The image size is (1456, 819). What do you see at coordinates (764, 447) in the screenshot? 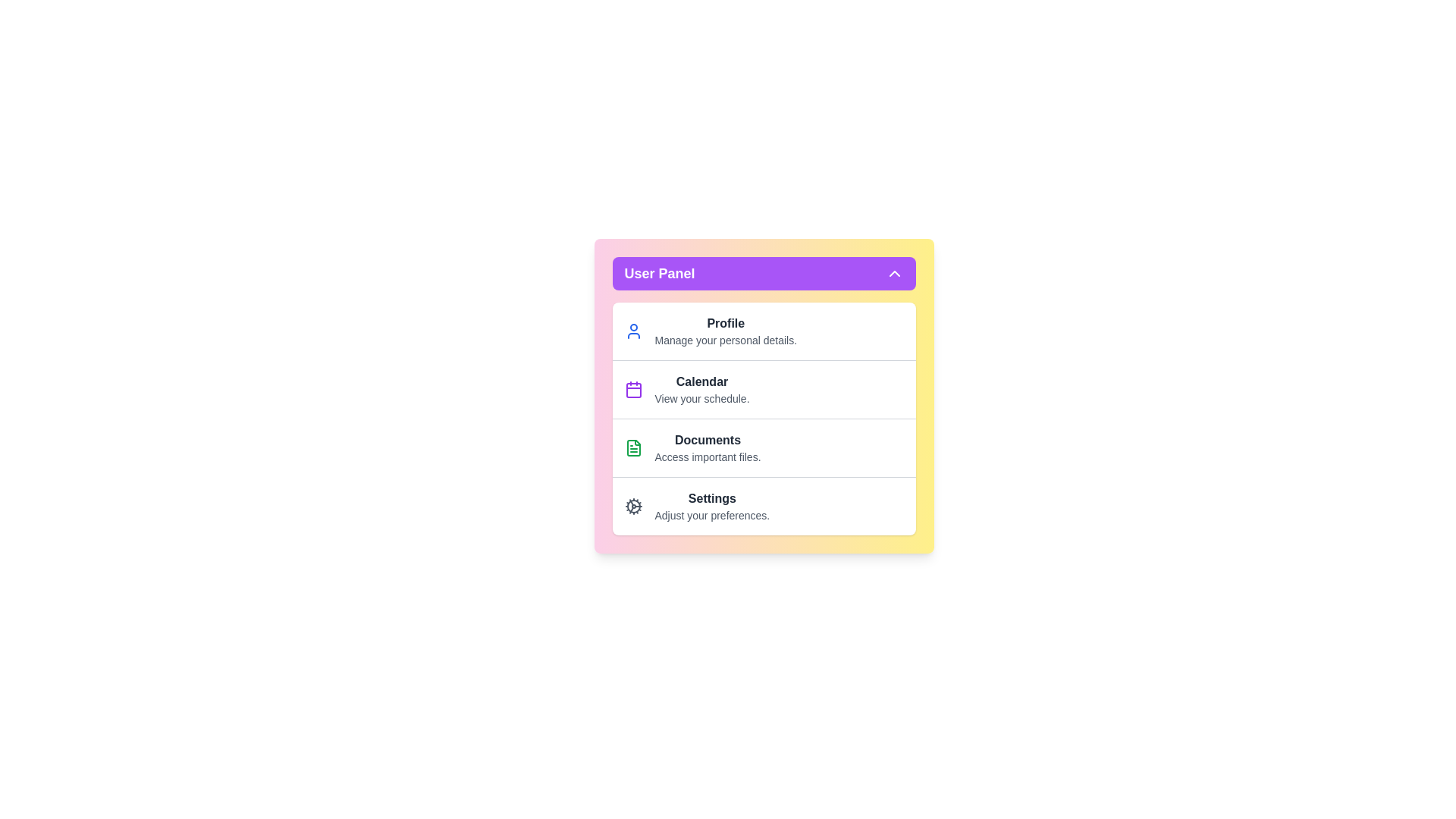
I see `the third item in the 'User Panel' list, which guides users to their important documents and files` at bounding box center [764, 447].